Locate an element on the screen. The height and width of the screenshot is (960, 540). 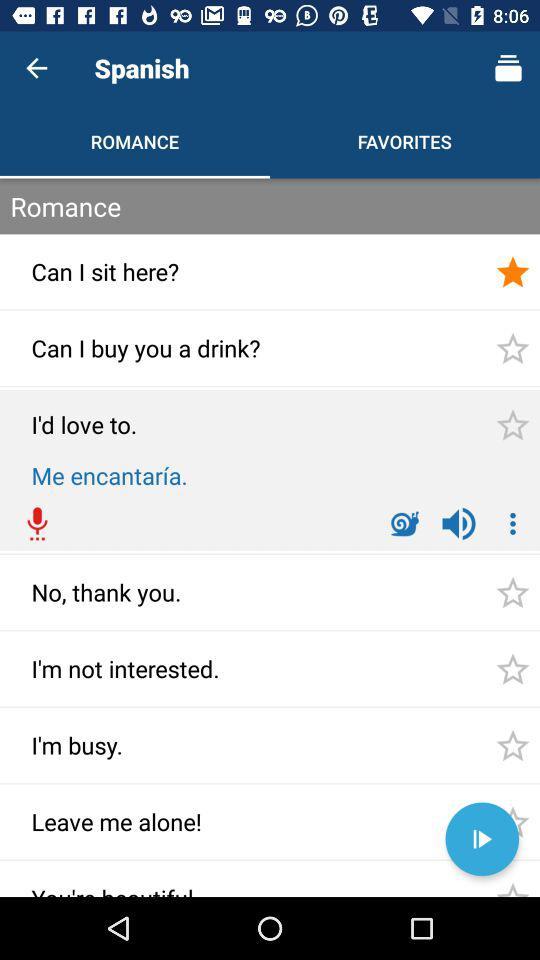
the play icon is located at coordinates (481, 839).